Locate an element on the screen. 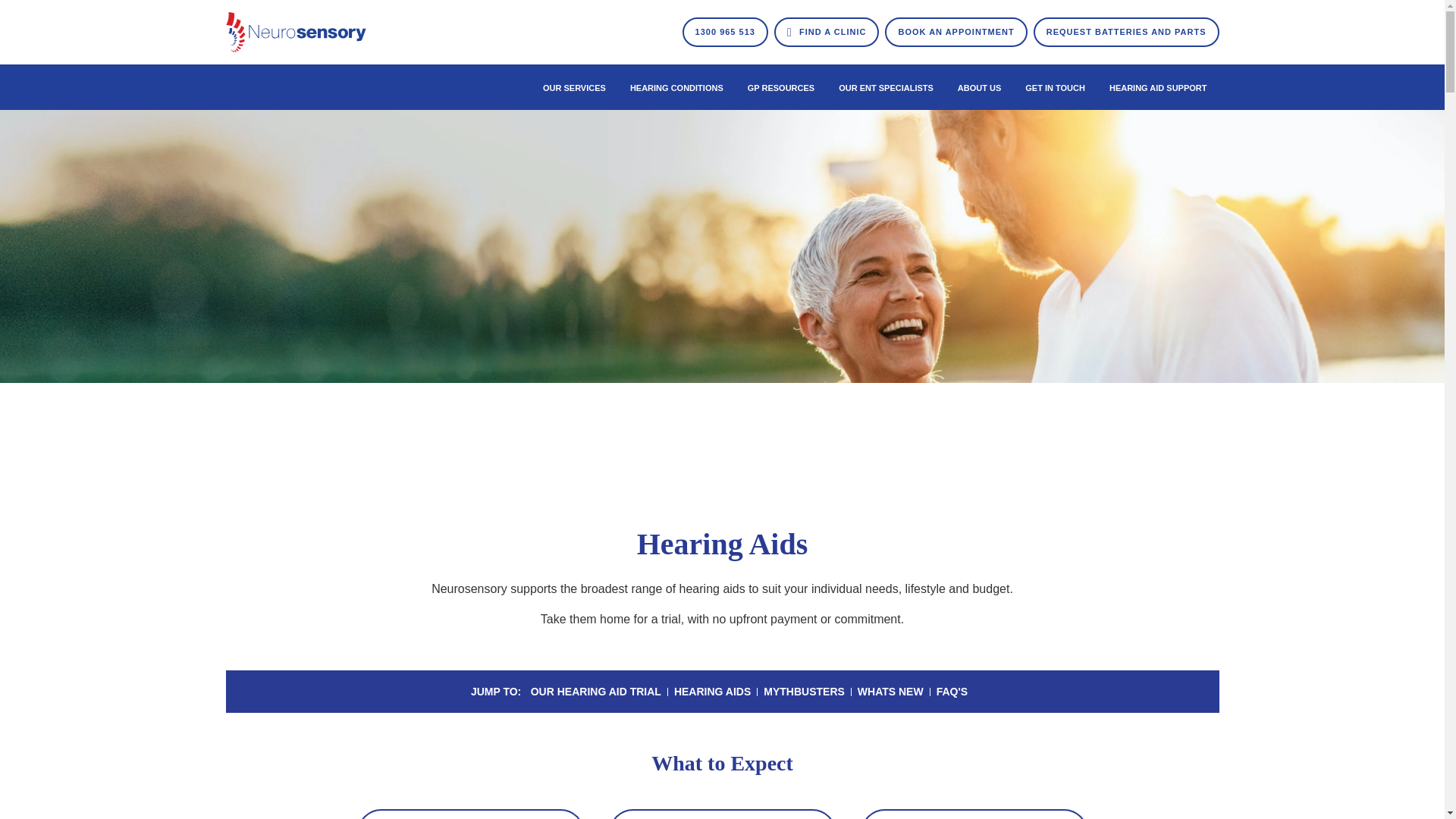 The height and width of the screenshot is (819, 1456). 'HEARING CONDITIONS' is located at coordinates (676, 87).